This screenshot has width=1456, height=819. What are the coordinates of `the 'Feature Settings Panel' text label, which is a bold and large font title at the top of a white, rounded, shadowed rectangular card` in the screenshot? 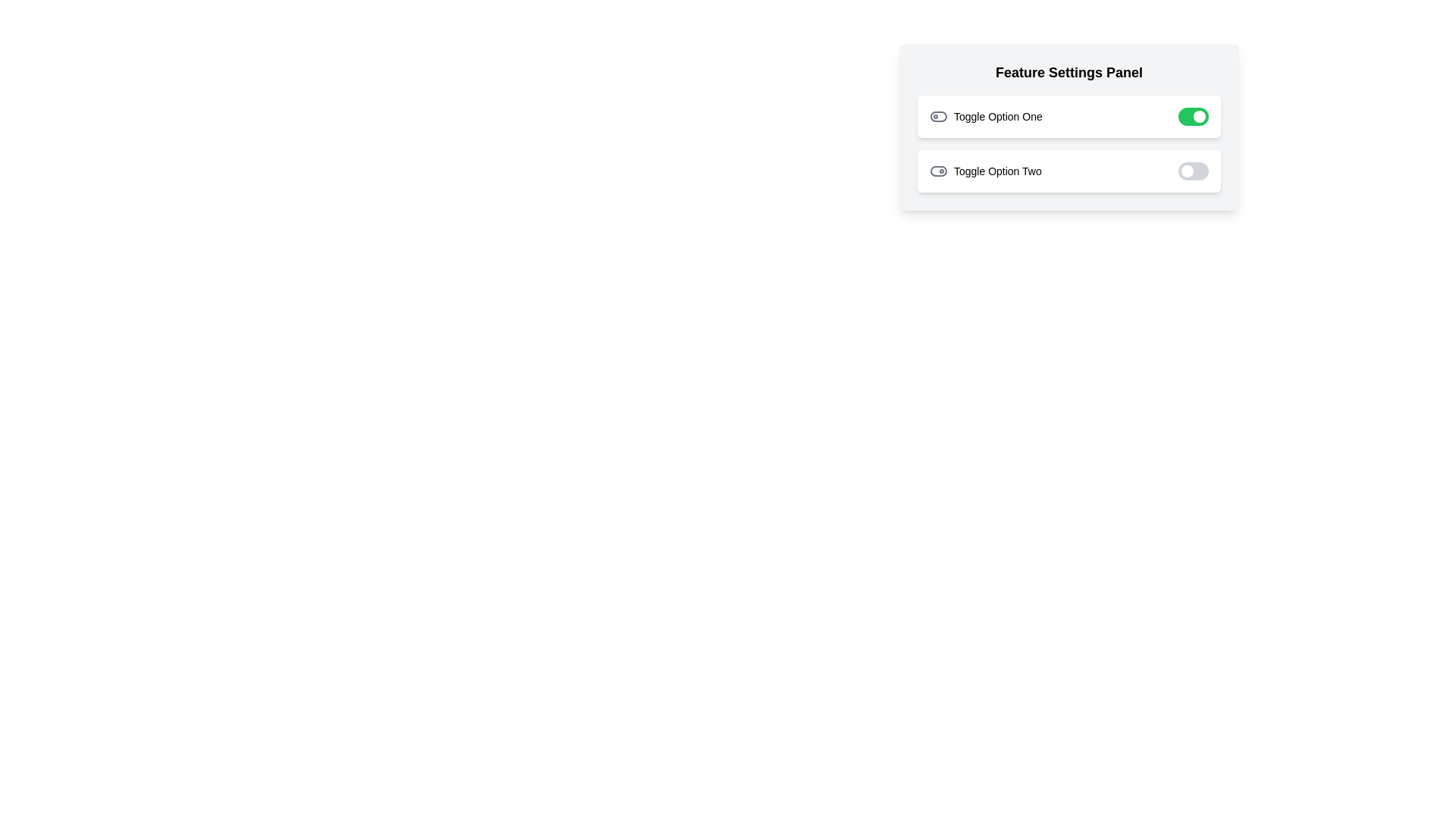 It's located at (1068, 73).